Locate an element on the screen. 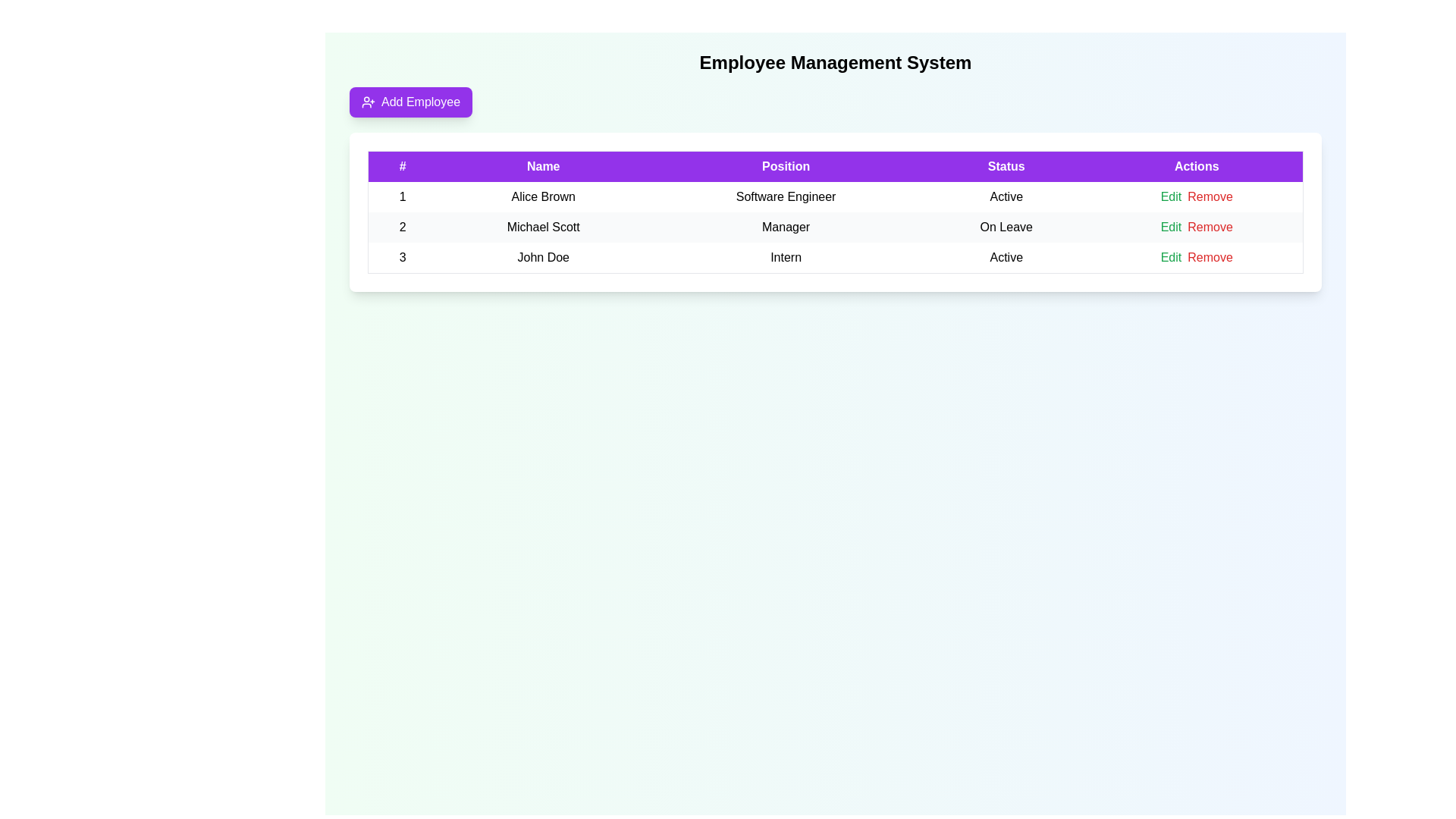 The width and height of the screenshot is (1456, 819). the 'Manager' text label in the second row and third column of the table that displays the job title of Michael Scott is located at coordinates (786, 227).